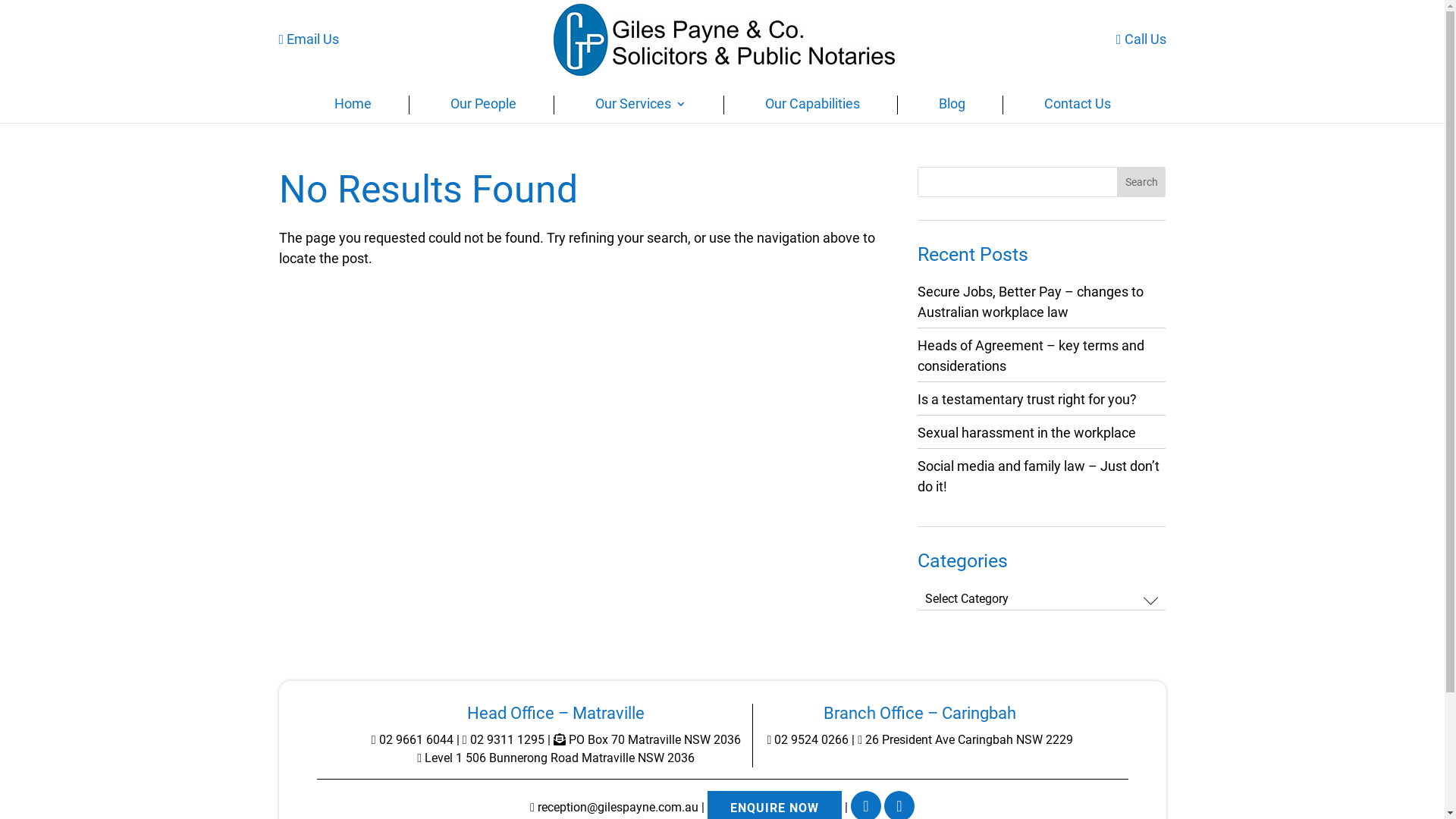 Image resolution: width=1456 pixels, height=819 pixels. I want to click on 'Email Us', so click(309, 38).